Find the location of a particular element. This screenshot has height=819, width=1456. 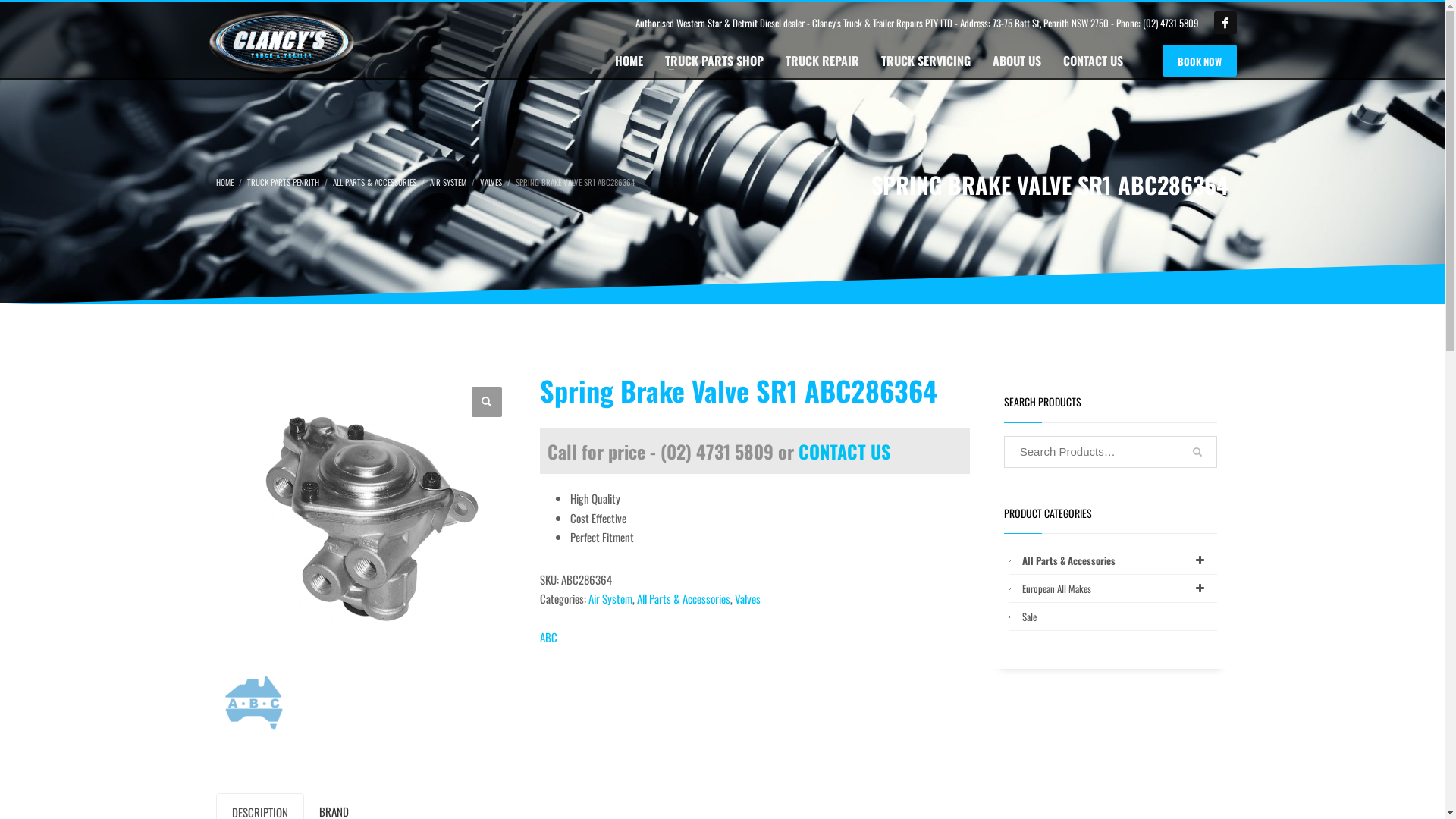

'BOOK NOW' is located at coordinates (1199, 60).